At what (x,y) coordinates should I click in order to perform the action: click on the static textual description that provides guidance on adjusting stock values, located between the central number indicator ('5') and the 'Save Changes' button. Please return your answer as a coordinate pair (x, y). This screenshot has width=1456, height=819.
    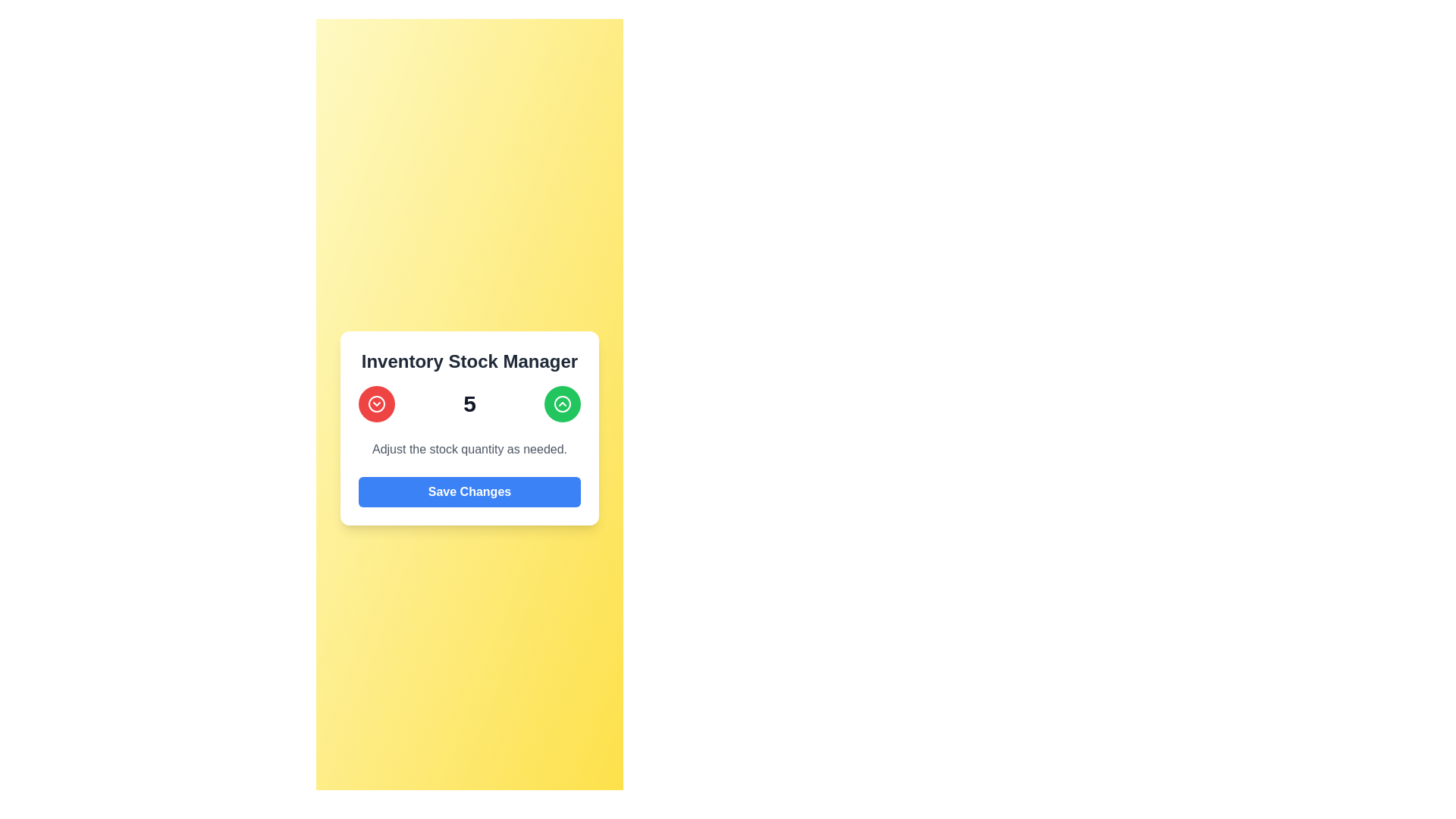
    Looking at the image, I should click on (469, 449).